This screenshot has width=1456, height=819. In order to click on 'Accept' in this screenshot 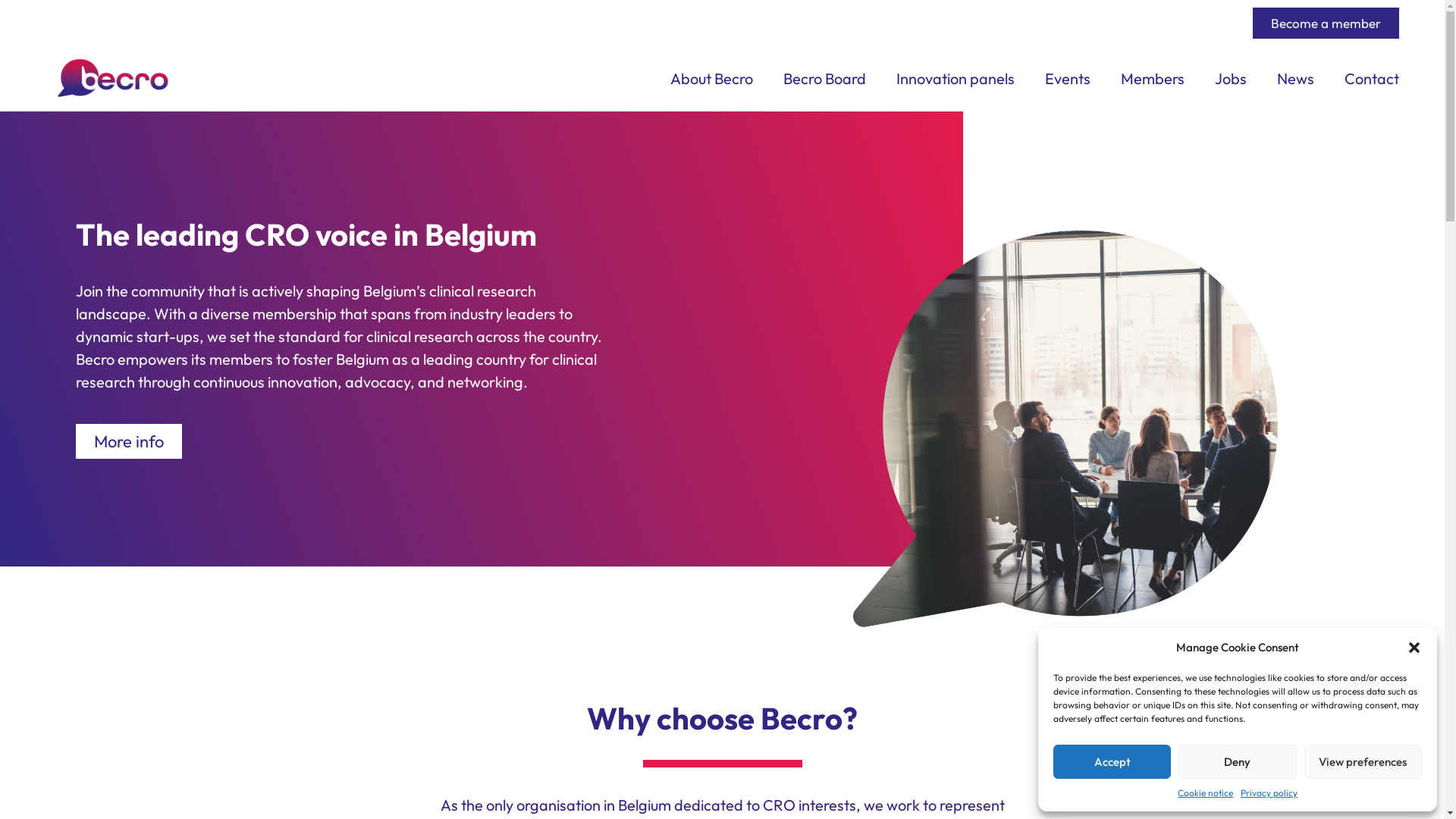, I will do `click(1052, 761)`.